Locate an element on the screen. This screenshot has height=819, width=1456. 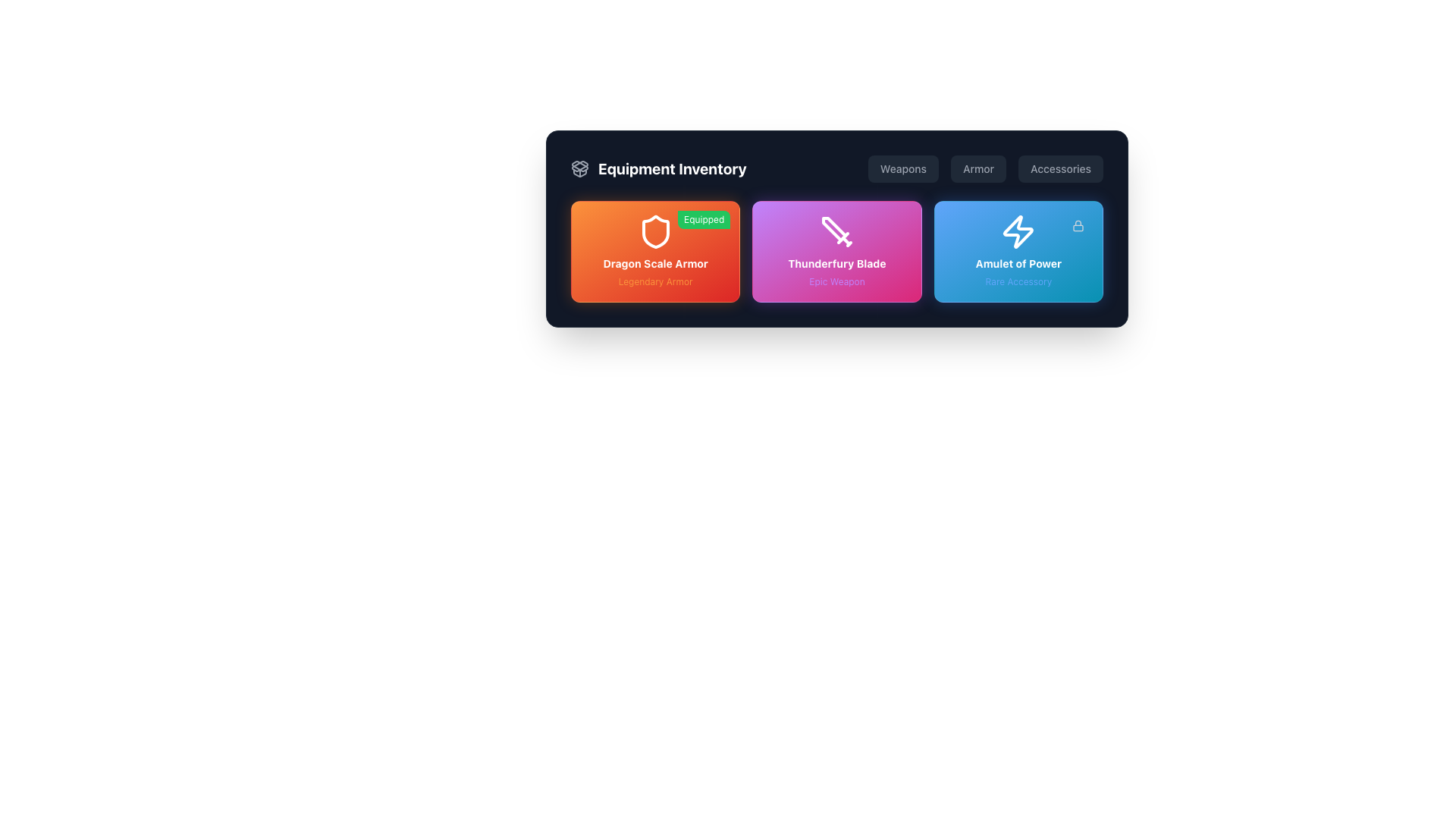
the shield icon representing 'Dragon Scale Armor', which is a white outline icon on an orange background, located in the top-left section of the component is located at coordinates (655, 231).